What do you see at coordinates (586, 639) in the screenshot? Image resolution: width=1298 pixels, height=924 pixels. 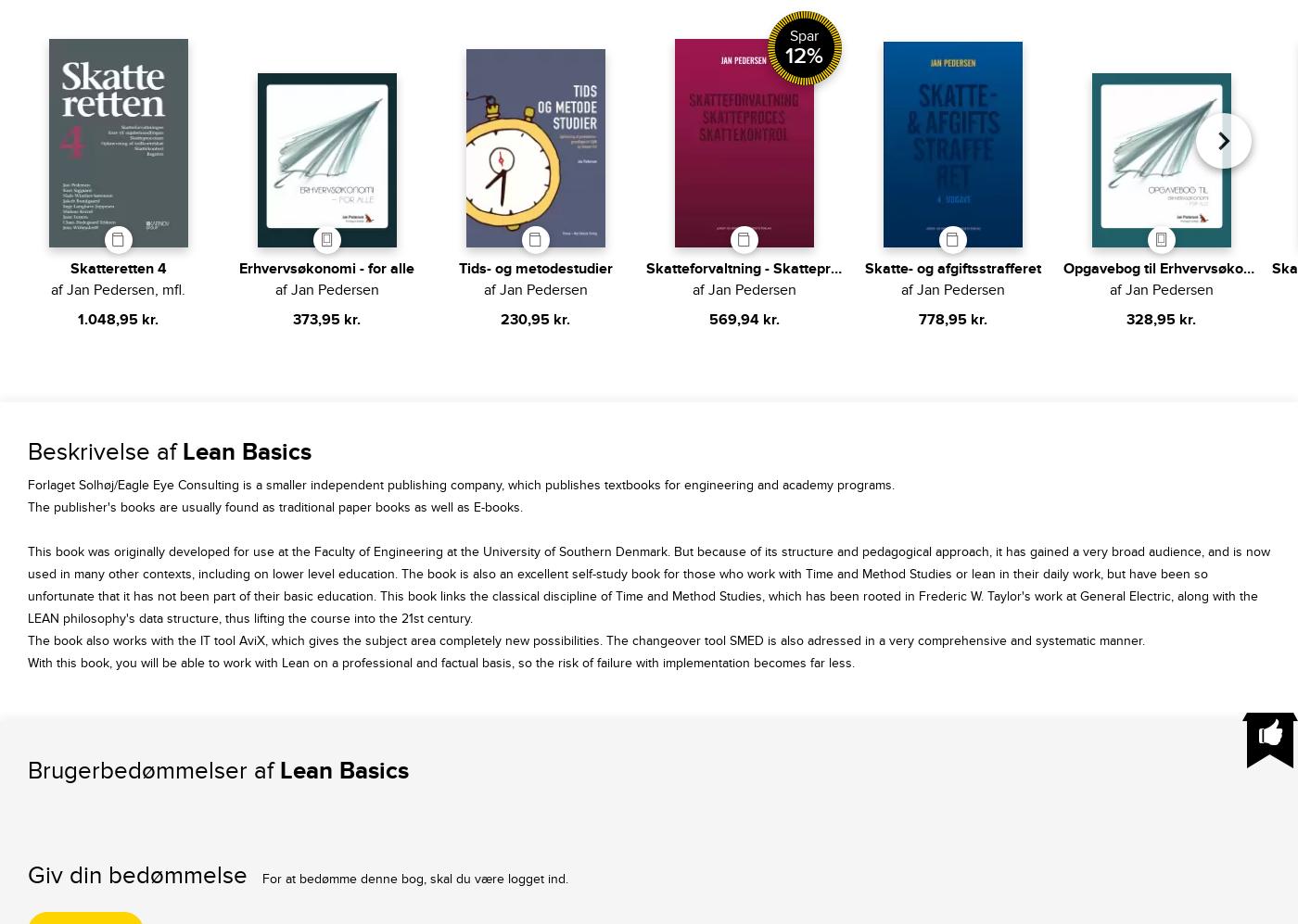 I see `'The book also works with the IT tool AviX, which gives the subject area completely new possibilities. The changeover tool SMED is also adressed in a very comprehensive and systematic manner.'` at bounding box center [586, 639].